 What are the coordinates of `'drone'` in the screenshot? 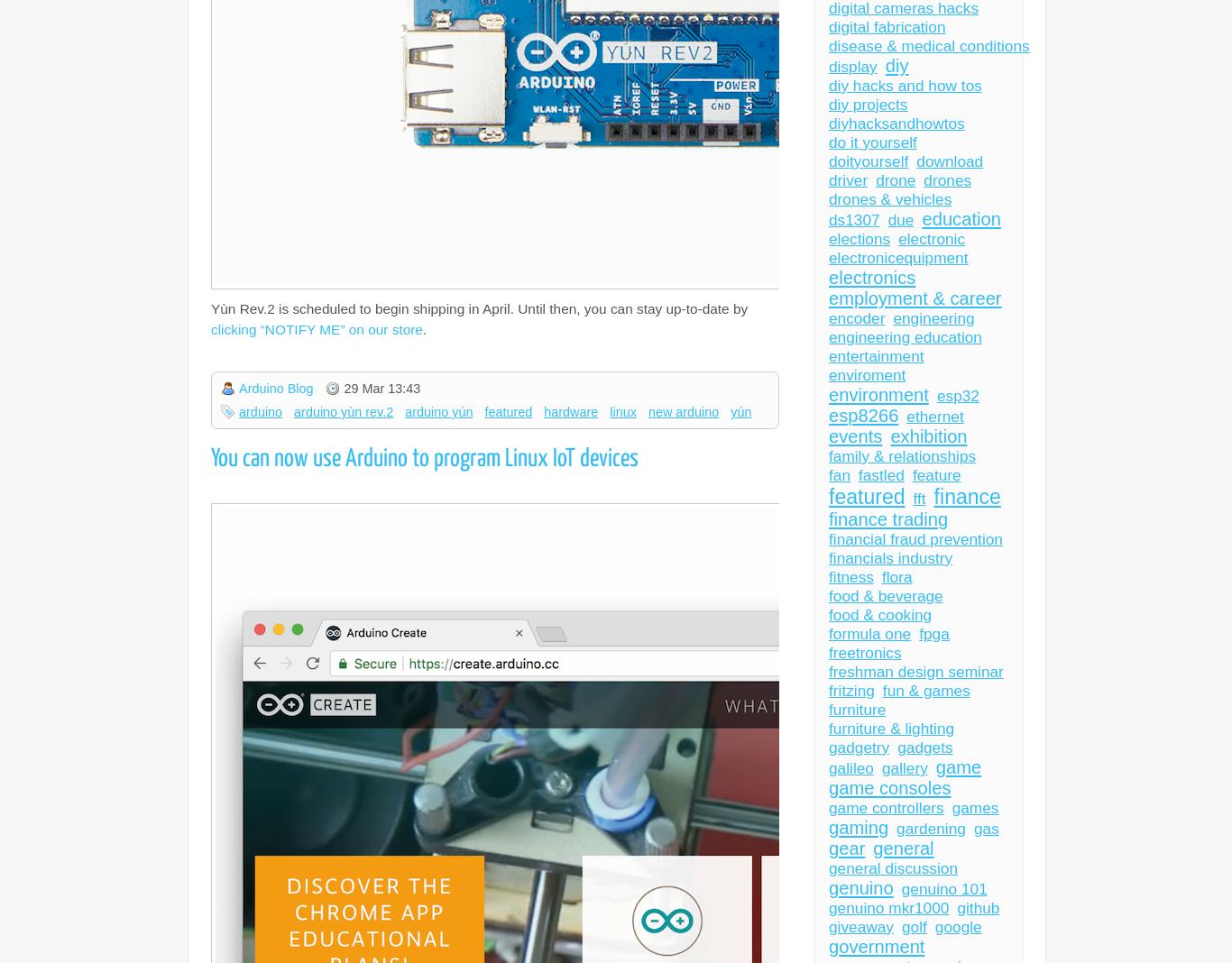 It's located at (895, 180).